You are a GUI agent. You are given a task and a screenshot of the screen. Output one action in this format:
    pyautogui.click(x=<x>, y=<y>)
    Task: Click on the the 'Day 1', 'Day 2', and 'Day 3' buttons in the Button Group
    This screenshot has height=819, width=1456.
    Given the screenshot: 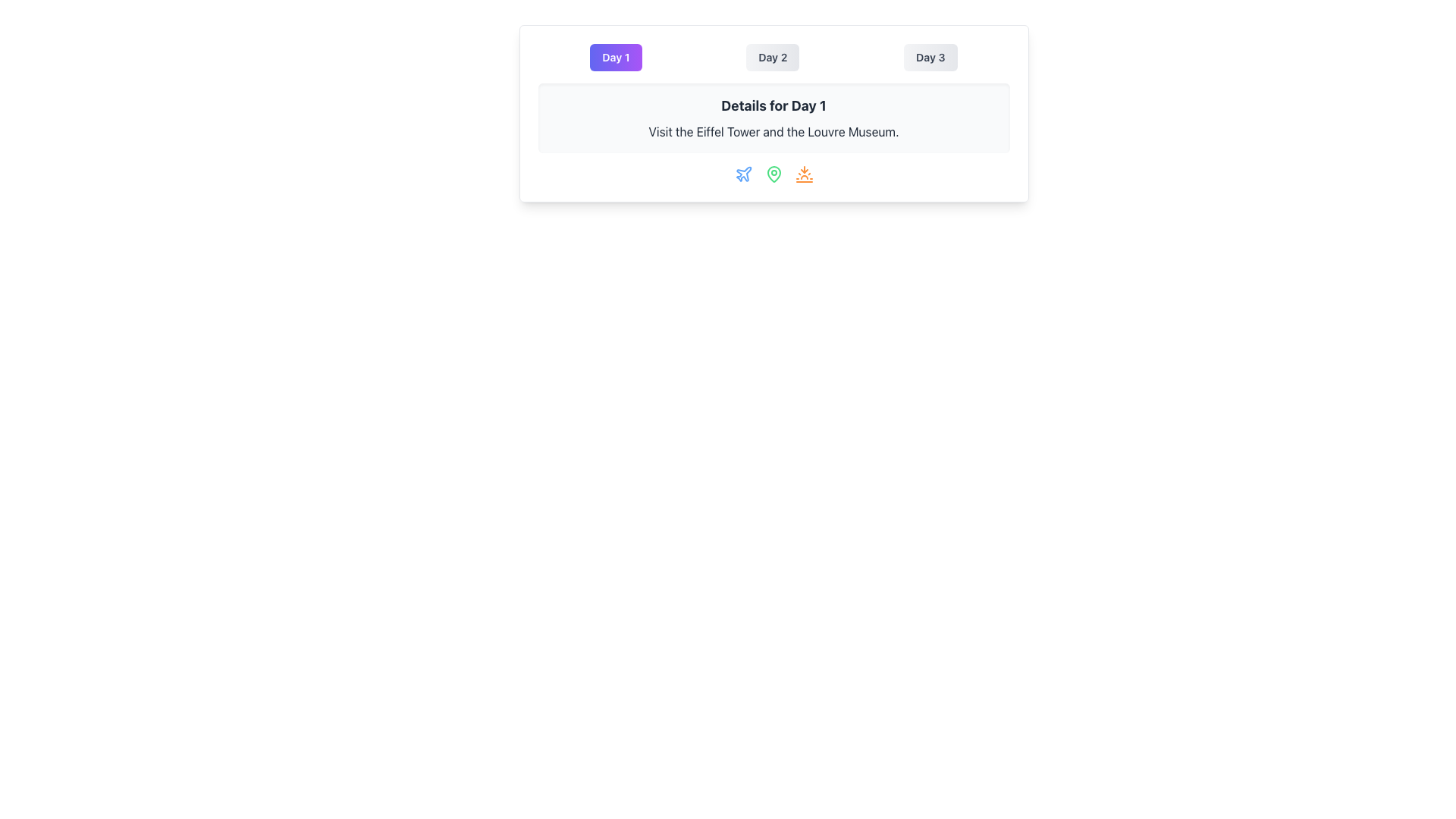 What is the action you would take?
    pyautogui.click(x=773, y=57)
    